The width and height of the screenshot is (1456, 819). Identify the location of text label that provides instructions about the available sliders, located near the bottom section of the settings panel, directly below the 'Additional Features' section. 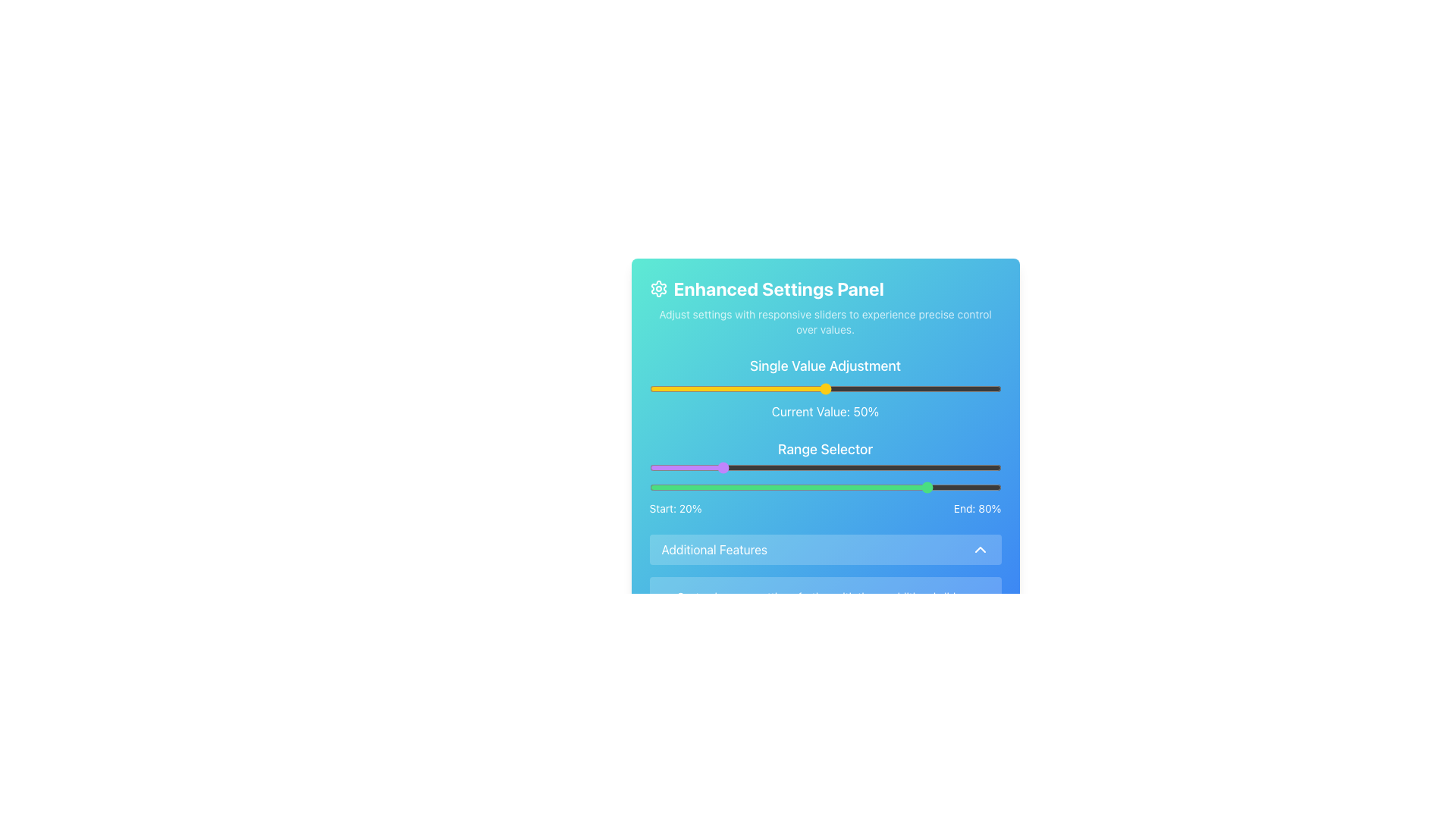
(824, 595).